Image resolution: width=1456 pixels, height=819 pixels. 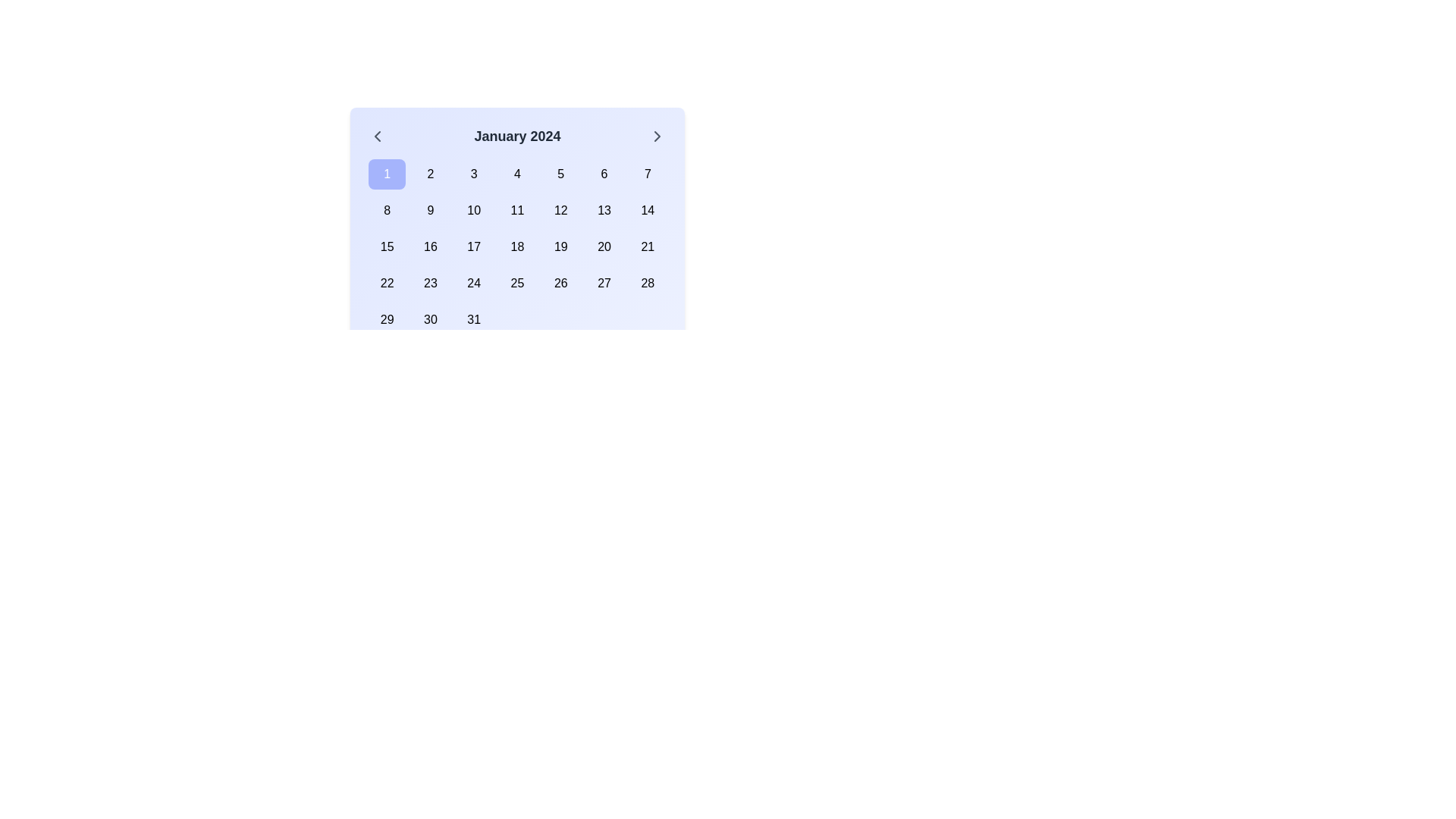 I want to click on the interactive calendar day cell representing the day '16', so click(x=429, y=246).